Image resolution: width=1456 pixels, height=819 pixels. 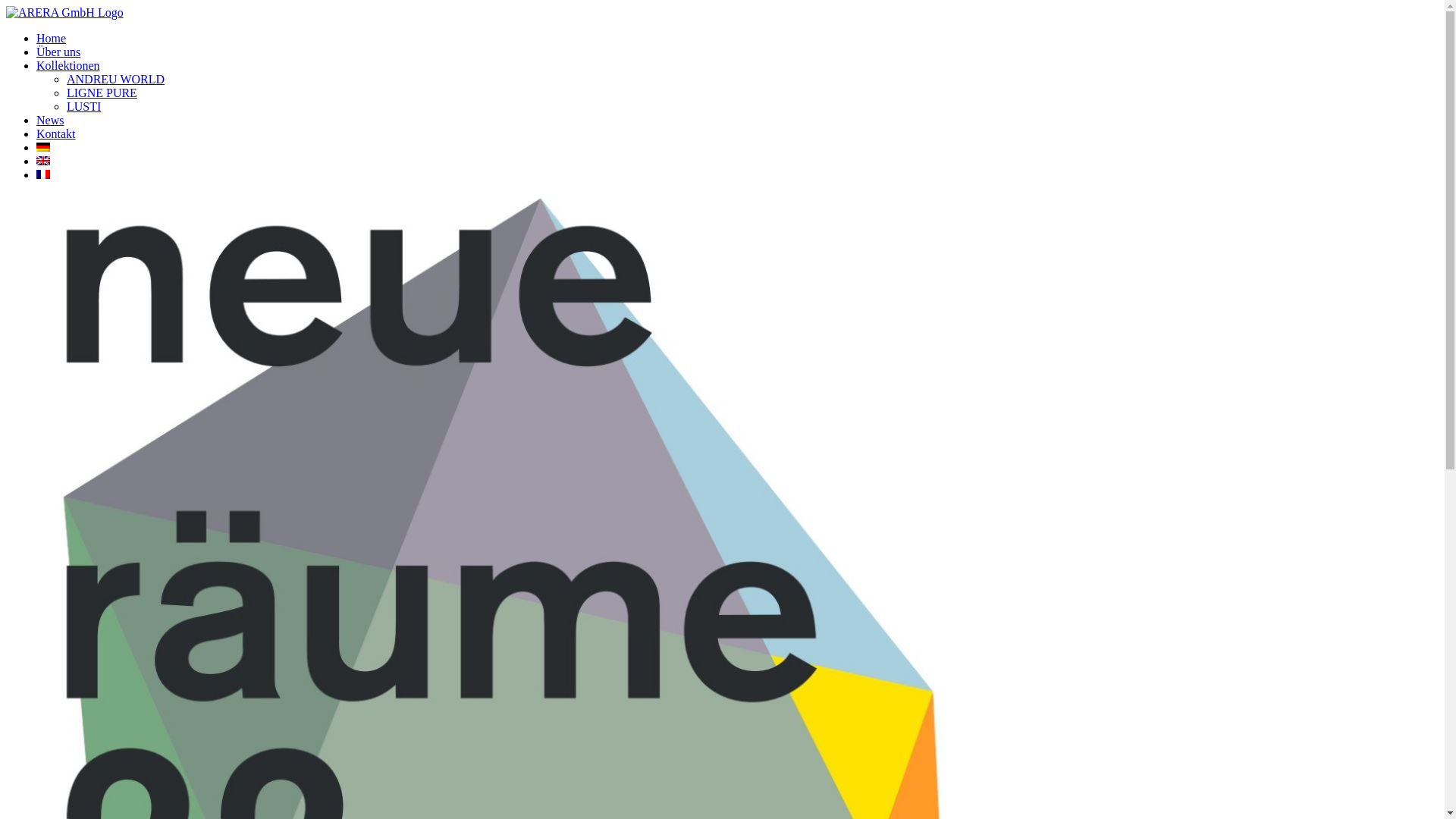 What do you see at coordinates (55, 133) in the screenshot?
I see `'Kontakt'` at bounding box center [55, 133].